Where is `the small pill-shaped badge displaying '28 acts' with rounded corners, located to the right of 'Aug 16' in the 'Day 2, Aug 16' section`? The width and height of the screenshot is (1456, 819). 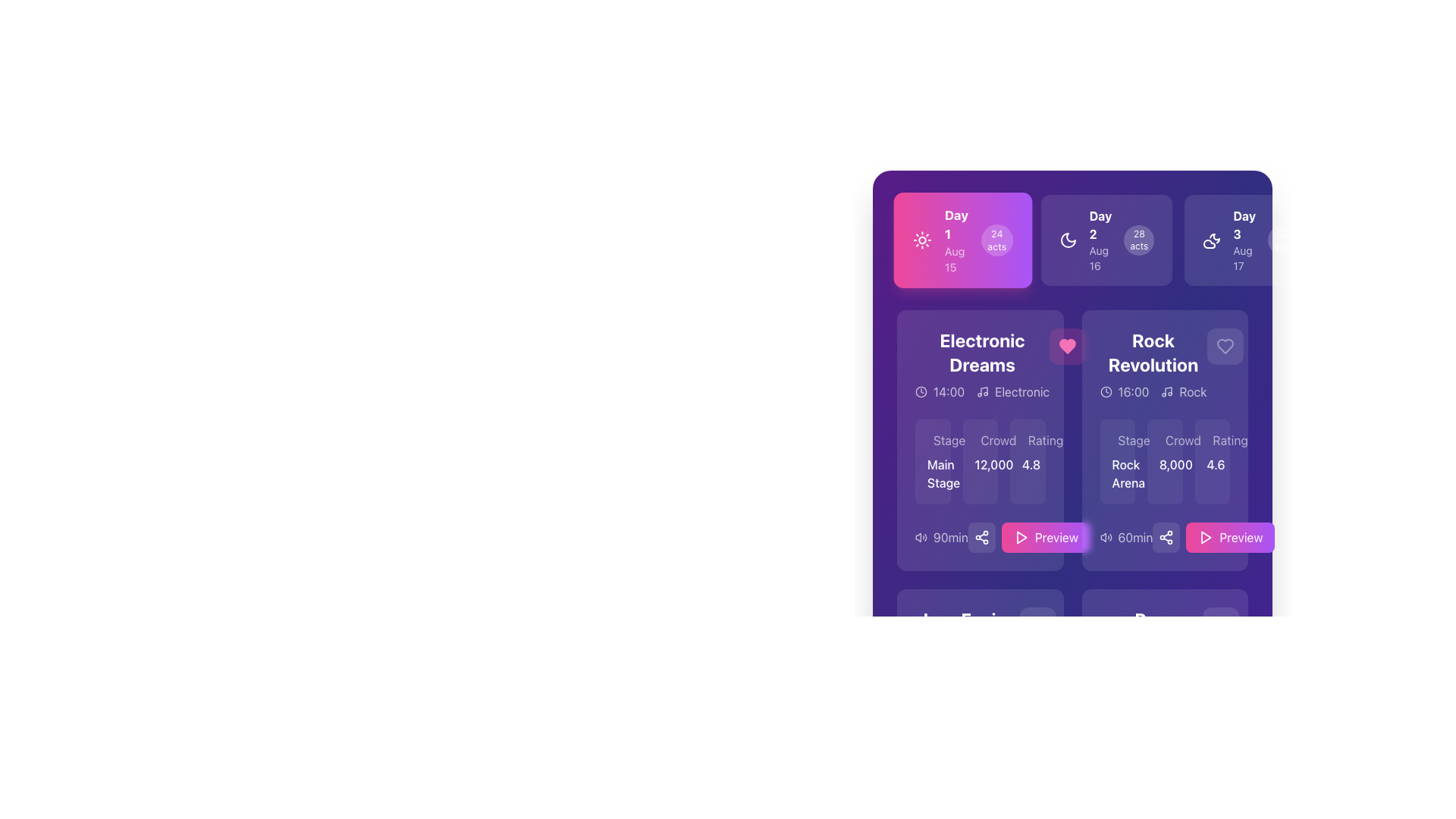
the small pill-shaped badge displaying '28 acts' with rounded corners, located to the right of 'Aug 16' in the 'Day 2, Aug 16' section is located at coordinates (1139, 239).